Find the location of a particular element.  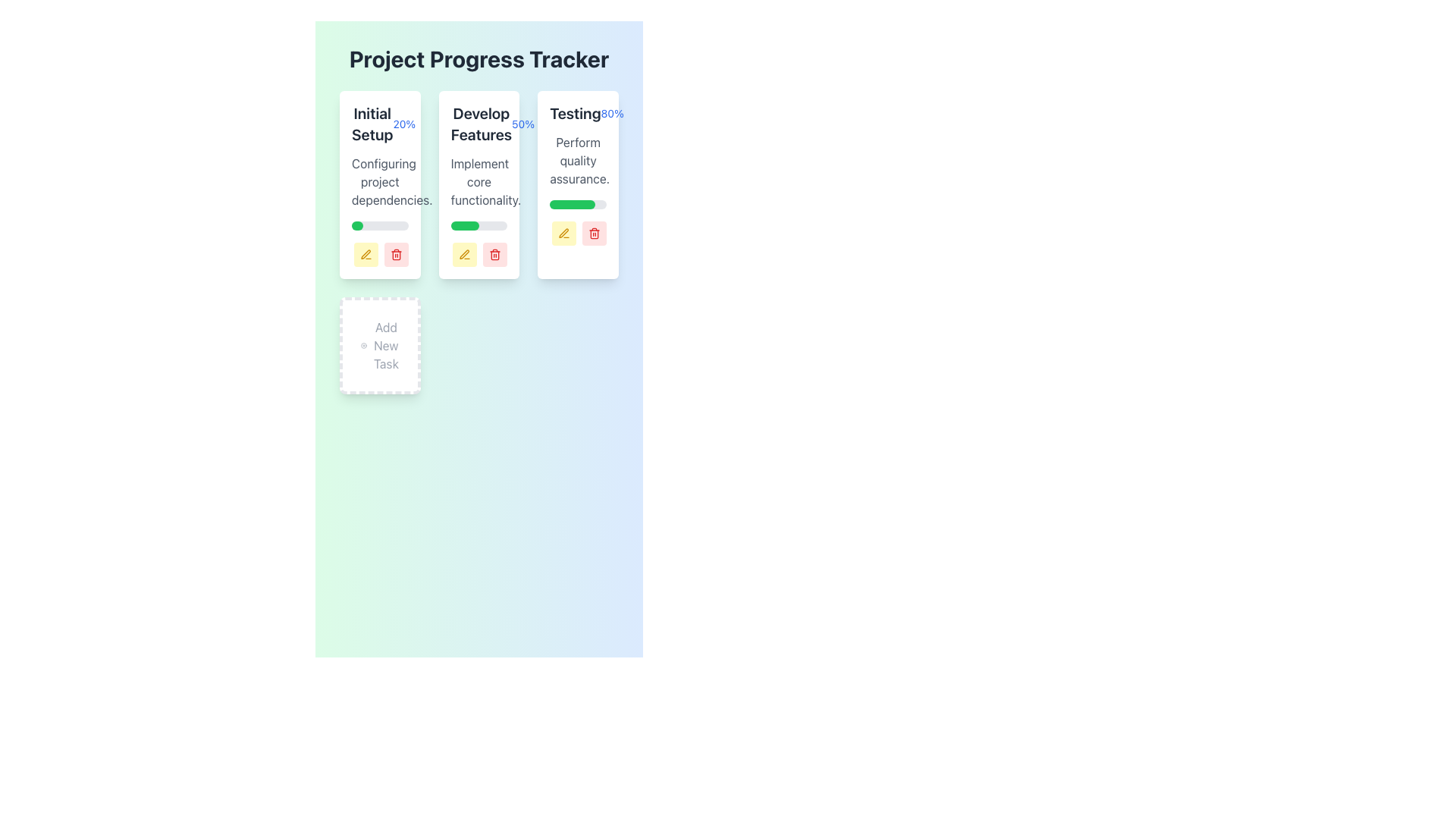

the edit button in the Progress Tracker Block for the 'Develop Features' stage to modify the entry is located at coordinates (479, 242).